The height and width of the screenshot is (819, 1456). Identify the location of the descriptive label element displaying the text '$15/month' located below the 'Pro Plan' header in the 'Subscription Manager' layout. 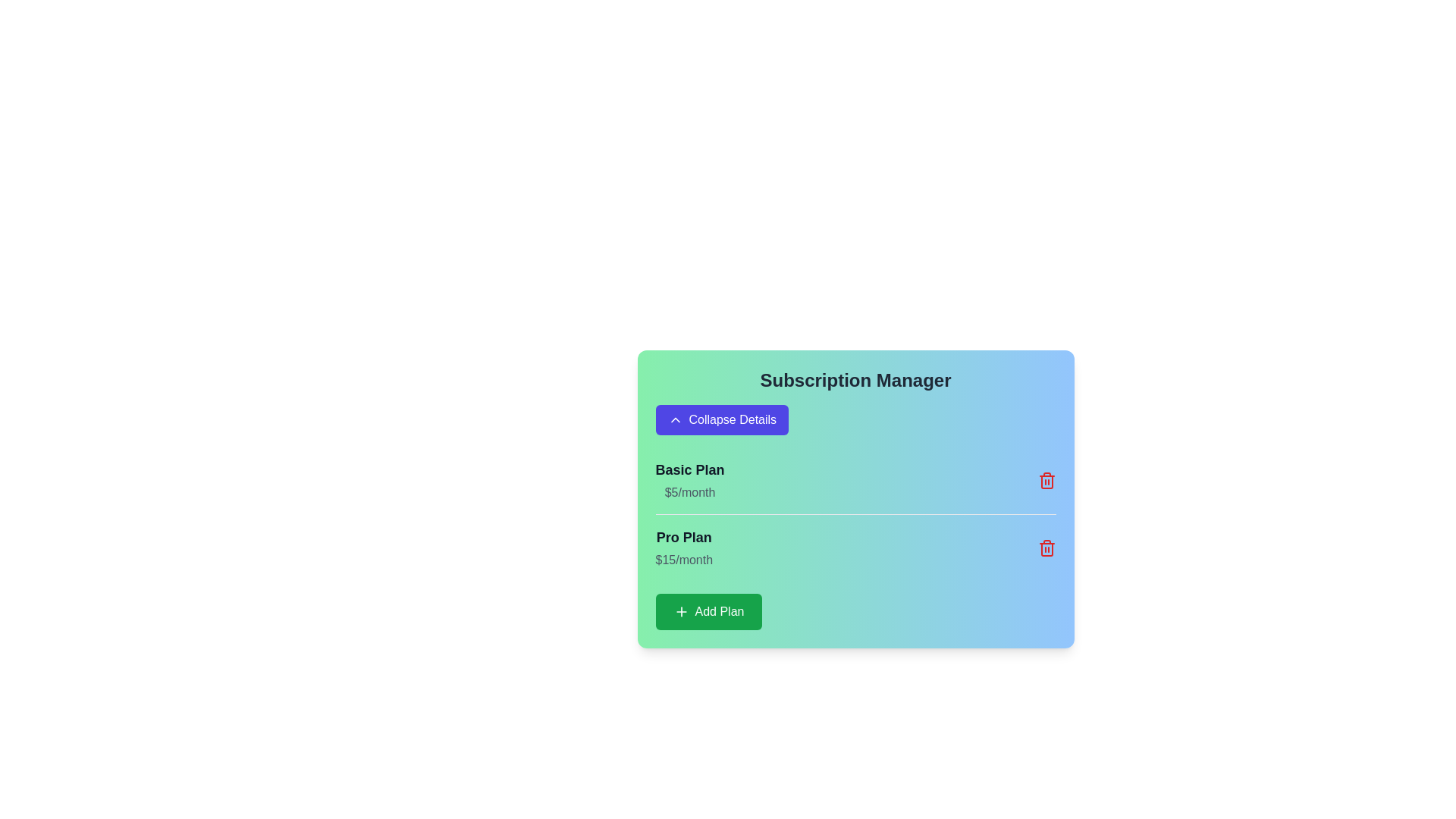
(683, 560).